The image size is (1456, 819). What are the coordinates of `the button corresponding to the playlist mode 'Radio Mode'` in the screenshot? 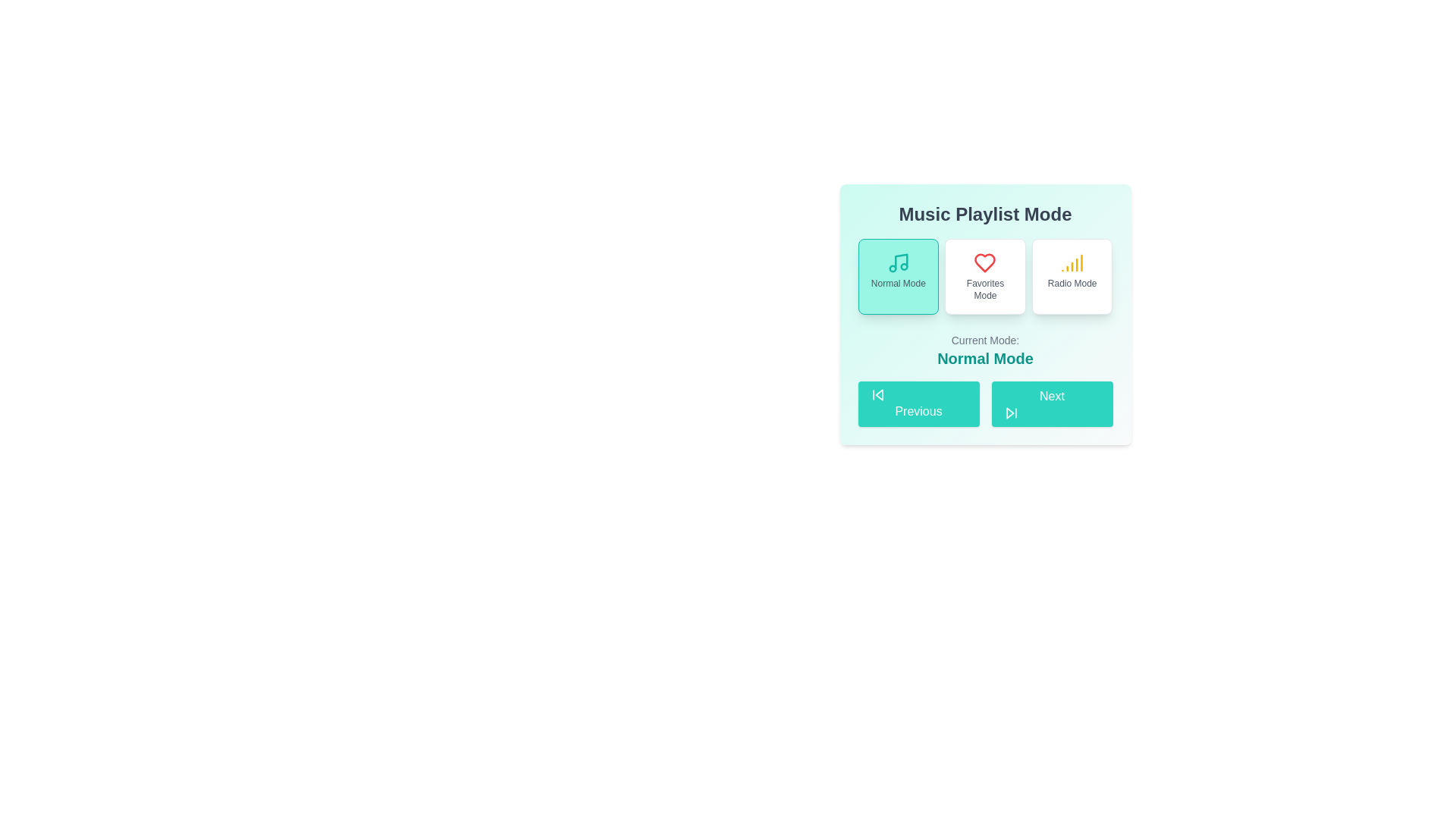 It's located at (1072, 277).